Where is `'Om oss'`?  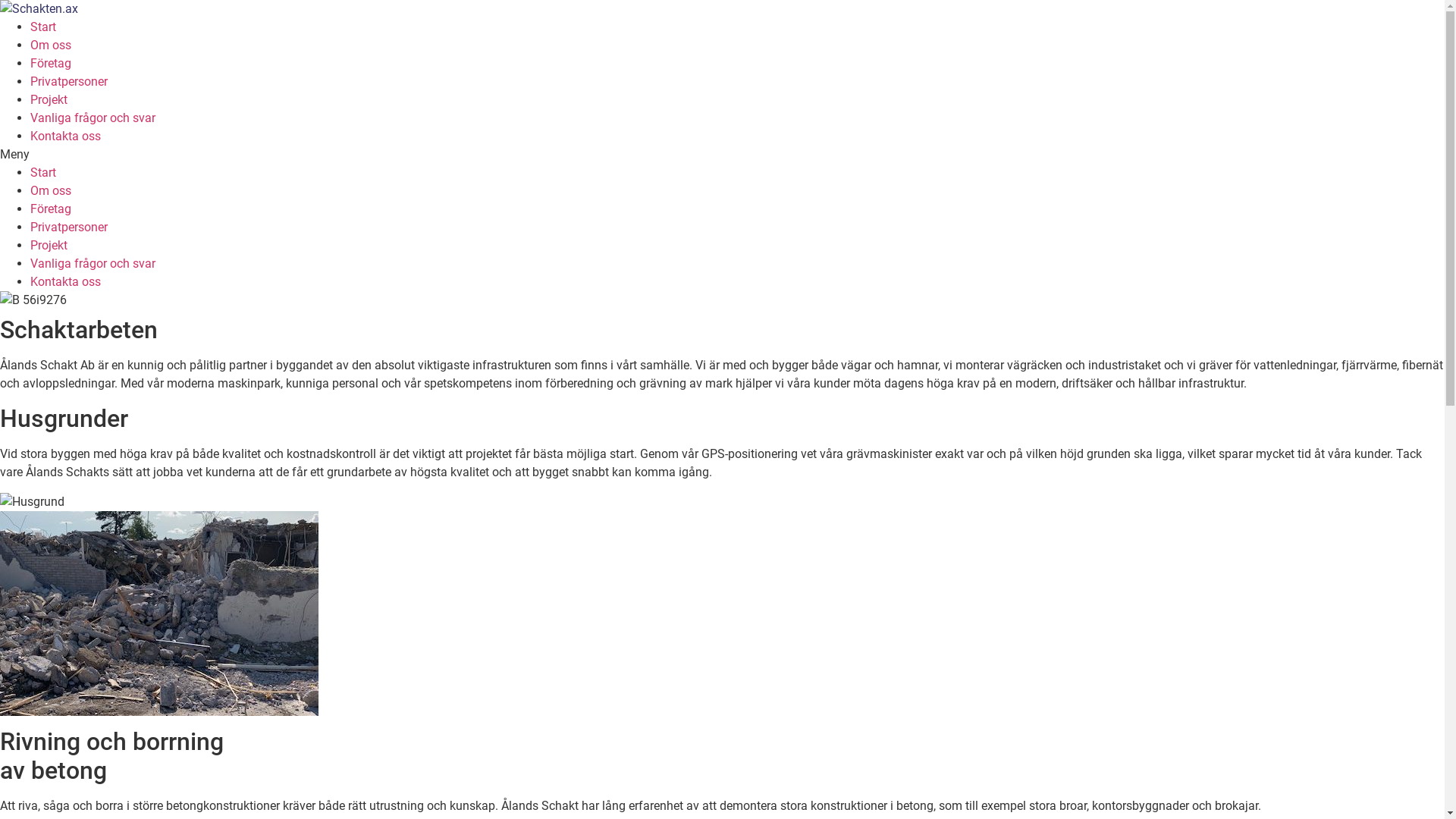
'Om oss' is located at coordinates (30, 190).